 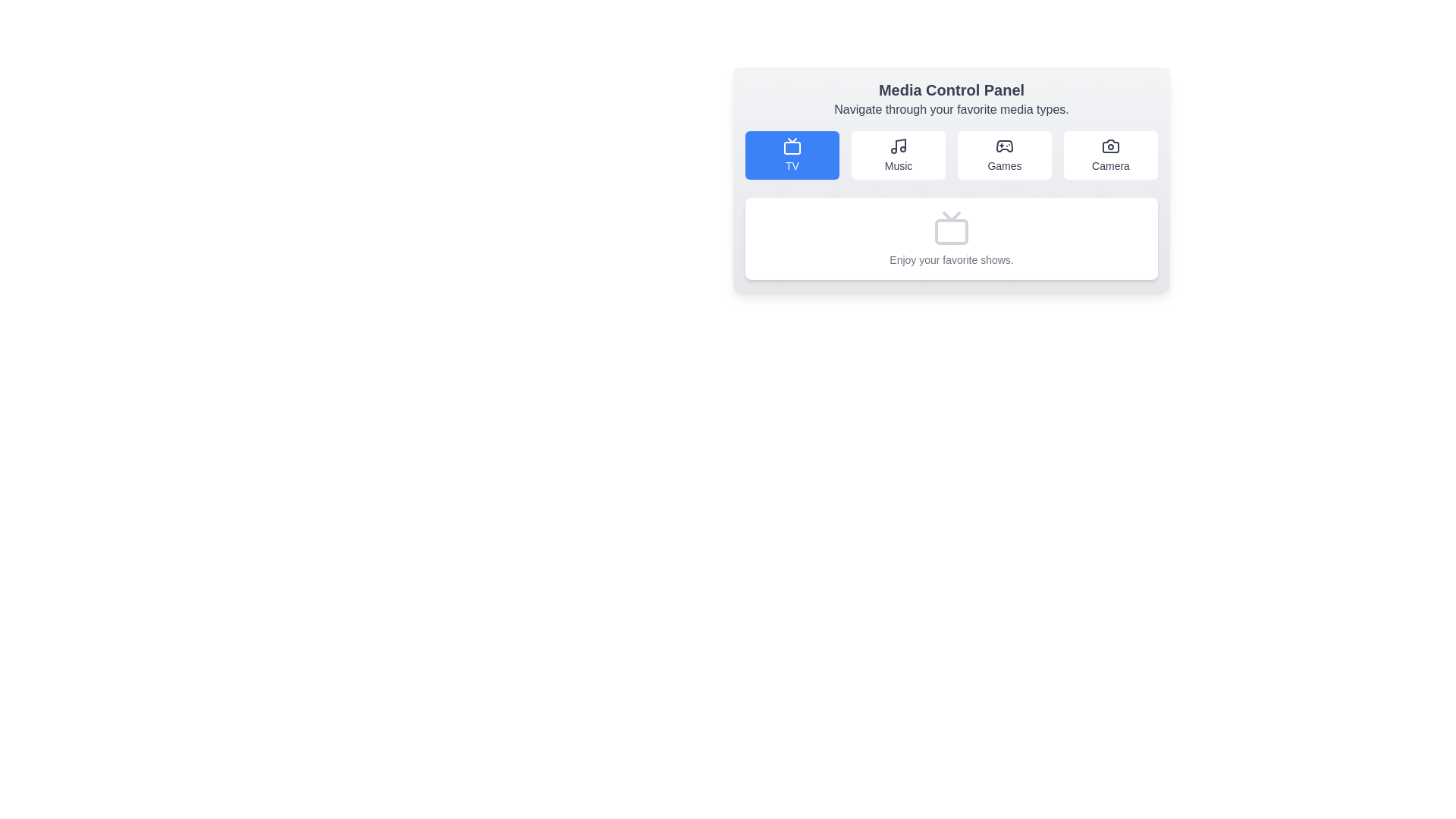 I want to click on the static text element located in the header section, which provides guidance about the media options below the 'Media Control Panel' headline, so click(x=950, y=109).